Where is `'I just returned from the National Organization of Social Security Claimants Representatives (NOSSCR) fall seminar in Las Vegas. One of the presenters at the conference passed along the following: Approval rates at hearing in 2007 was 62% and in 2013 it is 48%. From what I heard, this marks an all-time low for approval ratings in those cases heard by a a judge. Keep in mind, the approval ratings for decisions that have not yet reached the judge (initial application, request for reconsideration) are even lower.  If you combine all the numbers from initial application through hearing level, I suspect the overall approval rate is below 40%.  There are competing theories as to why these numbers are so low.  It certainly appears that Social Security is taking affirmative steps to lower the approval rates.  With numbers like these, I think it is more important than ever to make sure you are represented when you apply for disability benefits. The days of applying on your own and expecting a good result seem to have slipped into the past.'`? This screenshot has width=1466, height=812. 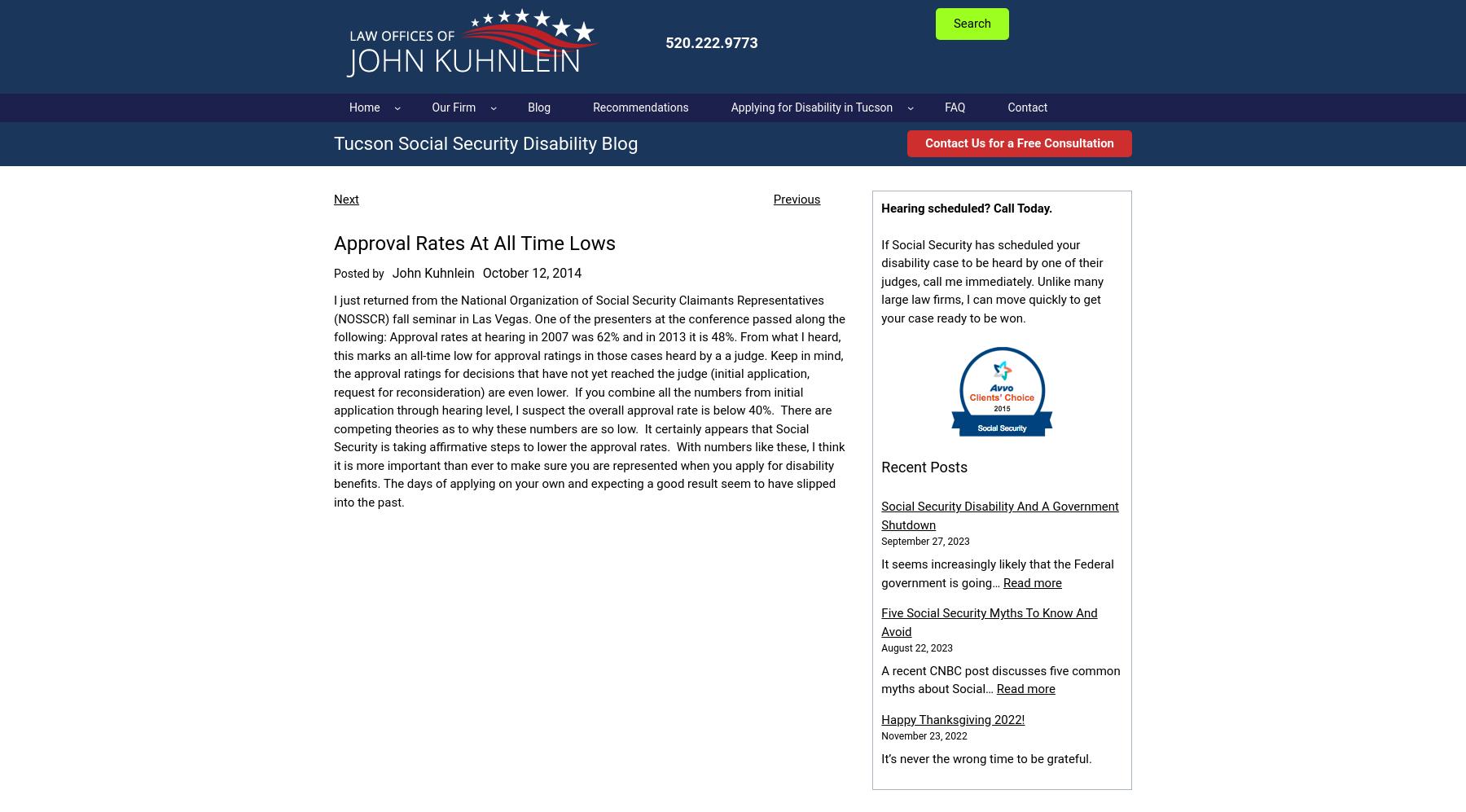 'I just returned from the National Organization of Social Security Claimants Representatives (NOSSCR) fall seminar in Las Vegas. One of the presenters at the conference passed along the following: Approval rates at hearing in 2007 was 62% and in 2013 it is 48%. From what I heard, this marks an all-time low for approval ratings in those cases heard by a a judge. Keep in mind, the approval ratings for decisions that have not yet reached the judge (initial application, request for reconsideration) are even lower.  If you combine all the numbers from initial application through hearing level, I suspect the overall approval rate is below 40%.  There are competing theories as to why these numbers are so low.  It certainly appears that Social Security is taking affirmative steps to lower the approval rates.  With numbers like these, I think it is more important than ever to make sure you are represented when you apply for disability benefits. The days of applying on your own and expecting a good result seem to have slipped into the past.' is located at coordinates (588, 401).